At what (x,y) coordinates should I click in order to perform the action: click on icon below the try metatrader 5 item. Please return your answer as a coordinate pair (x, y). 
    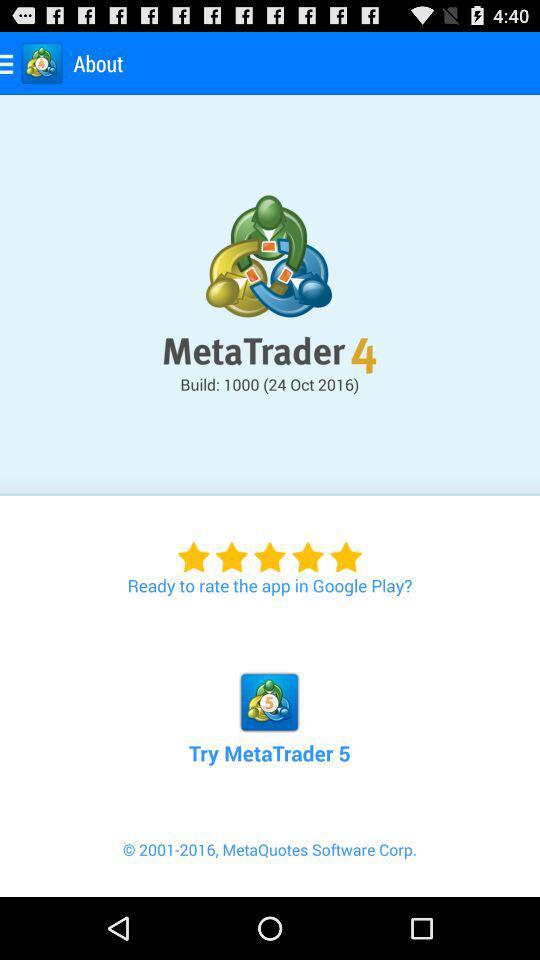
    Looking at the image, I should click on (270, 866).